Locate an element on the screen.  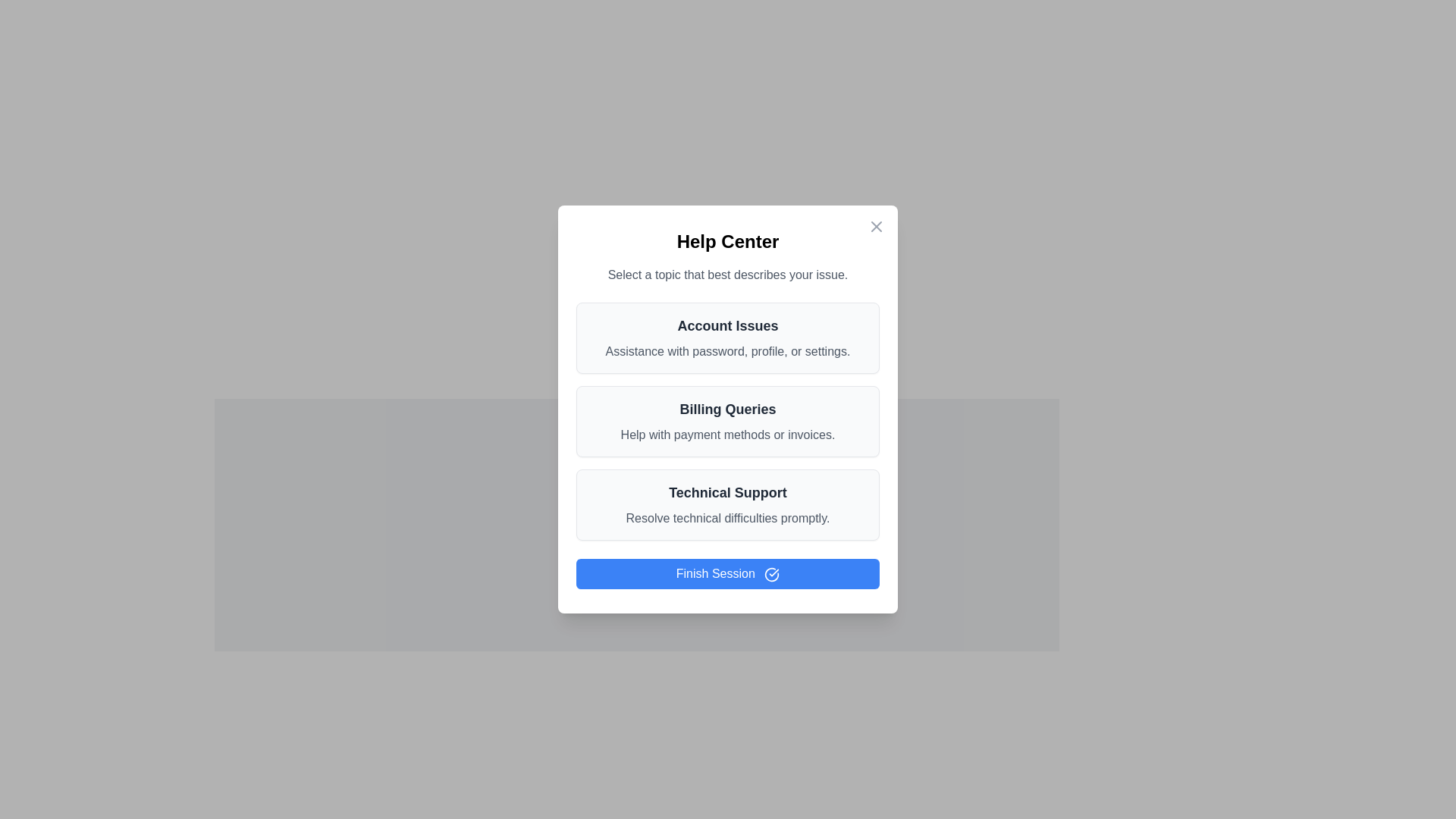
properties of the smaller intersecting line within the 'X' icon located at the top-right corner of the dialog box is located at coordinates (877, 227).